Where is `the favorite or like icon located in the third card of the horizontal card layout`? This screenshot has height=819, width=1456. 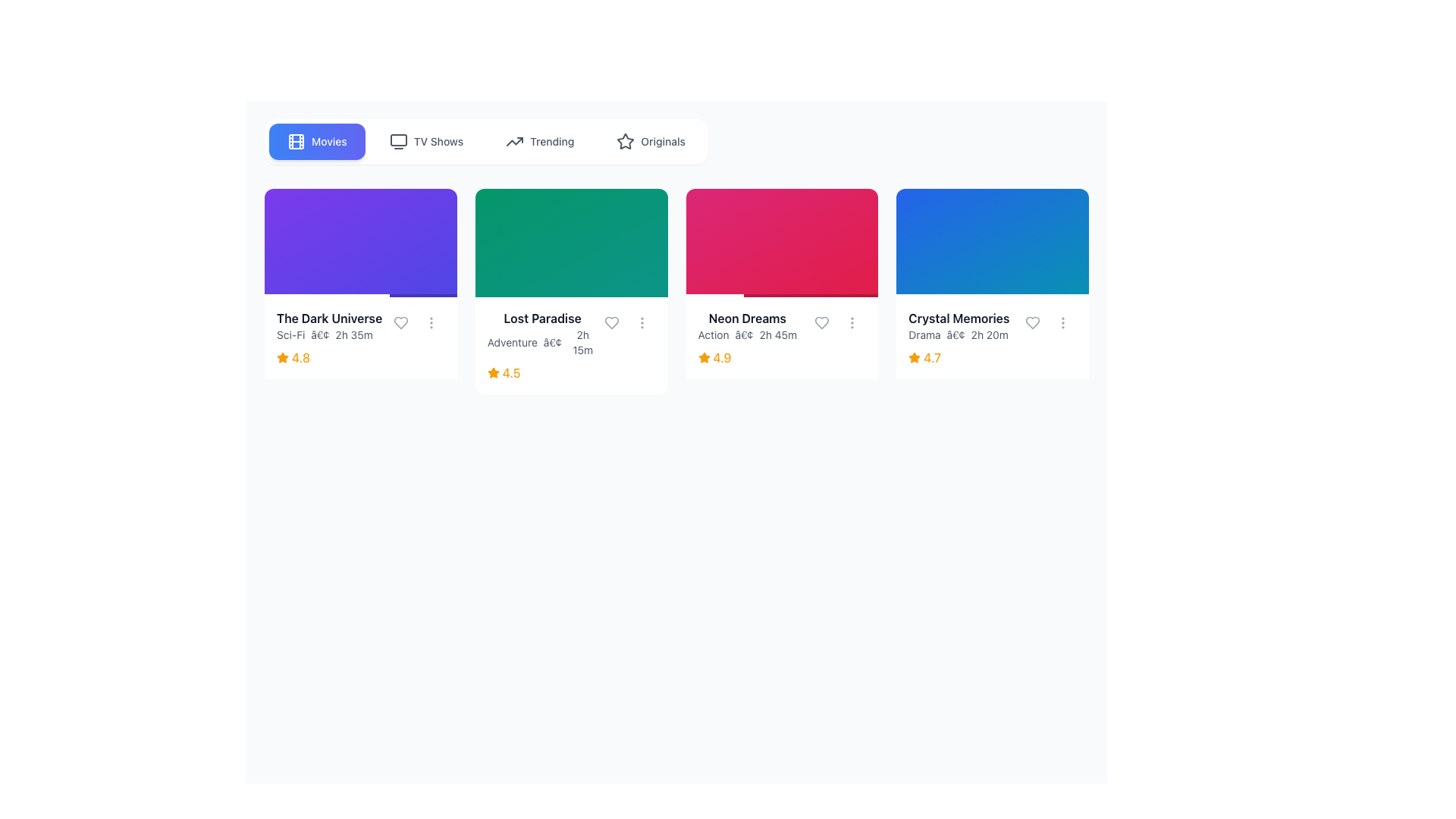 the favorite or like icon located in the third card of the horizontal card layout is located at coordinates (1032, 321).